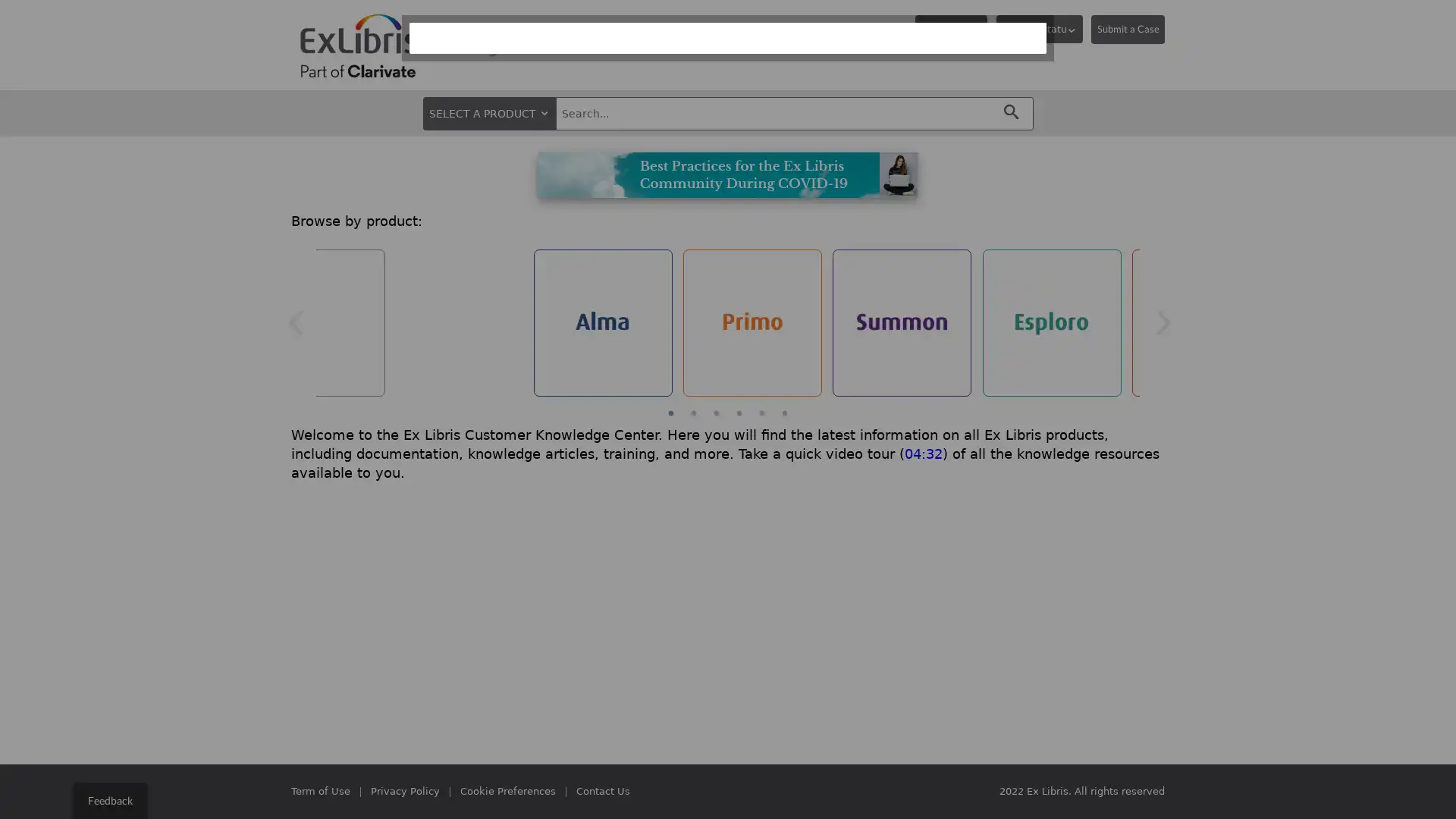 This screenshot has width=1456, height=819. I want to click on 1, so click(670, 413).